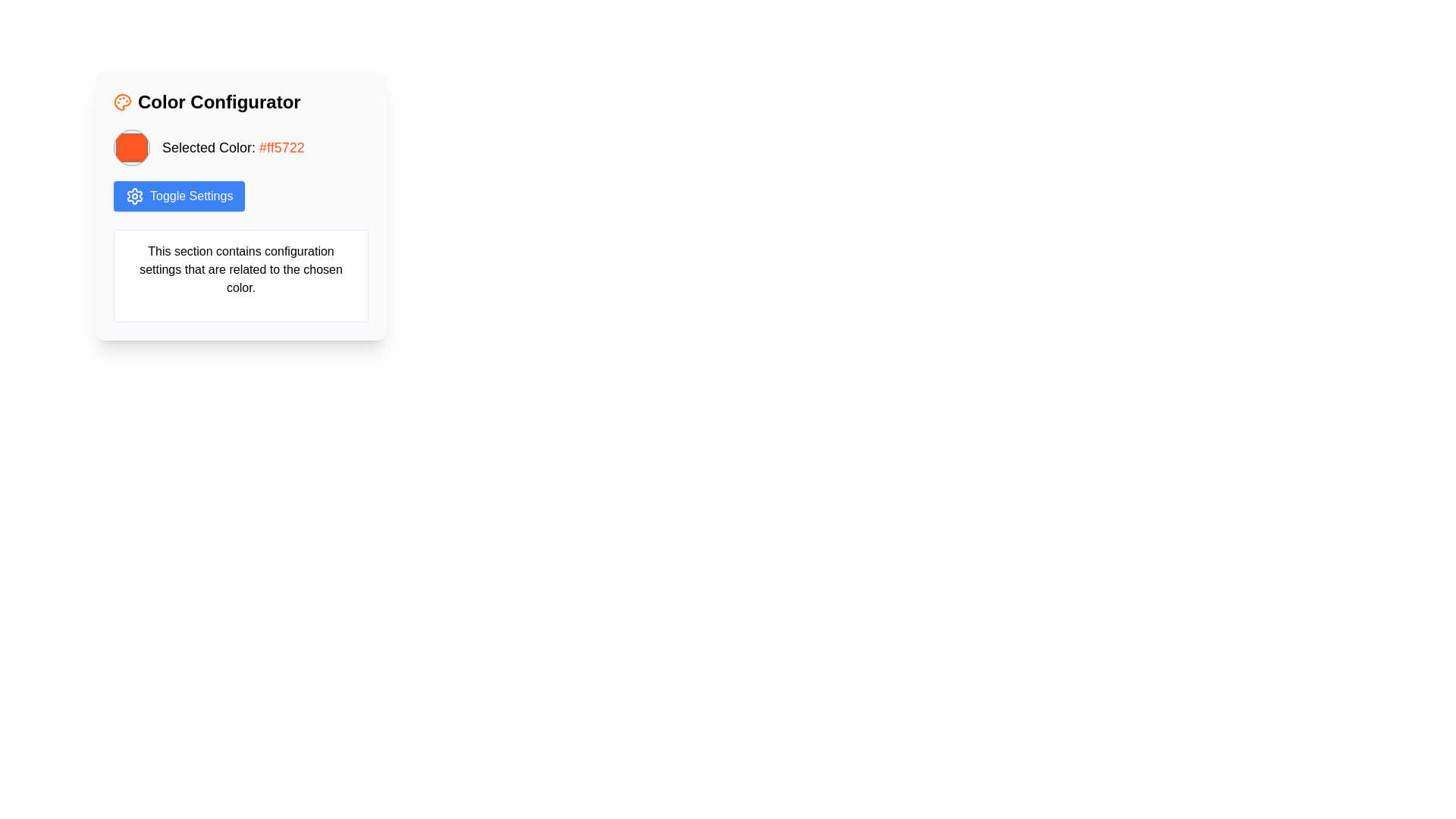 The image size is (1456, 819). I want to click on the white gear icon on the blue rectangular button labeled 'Toggle Settings', so click(134, 195).